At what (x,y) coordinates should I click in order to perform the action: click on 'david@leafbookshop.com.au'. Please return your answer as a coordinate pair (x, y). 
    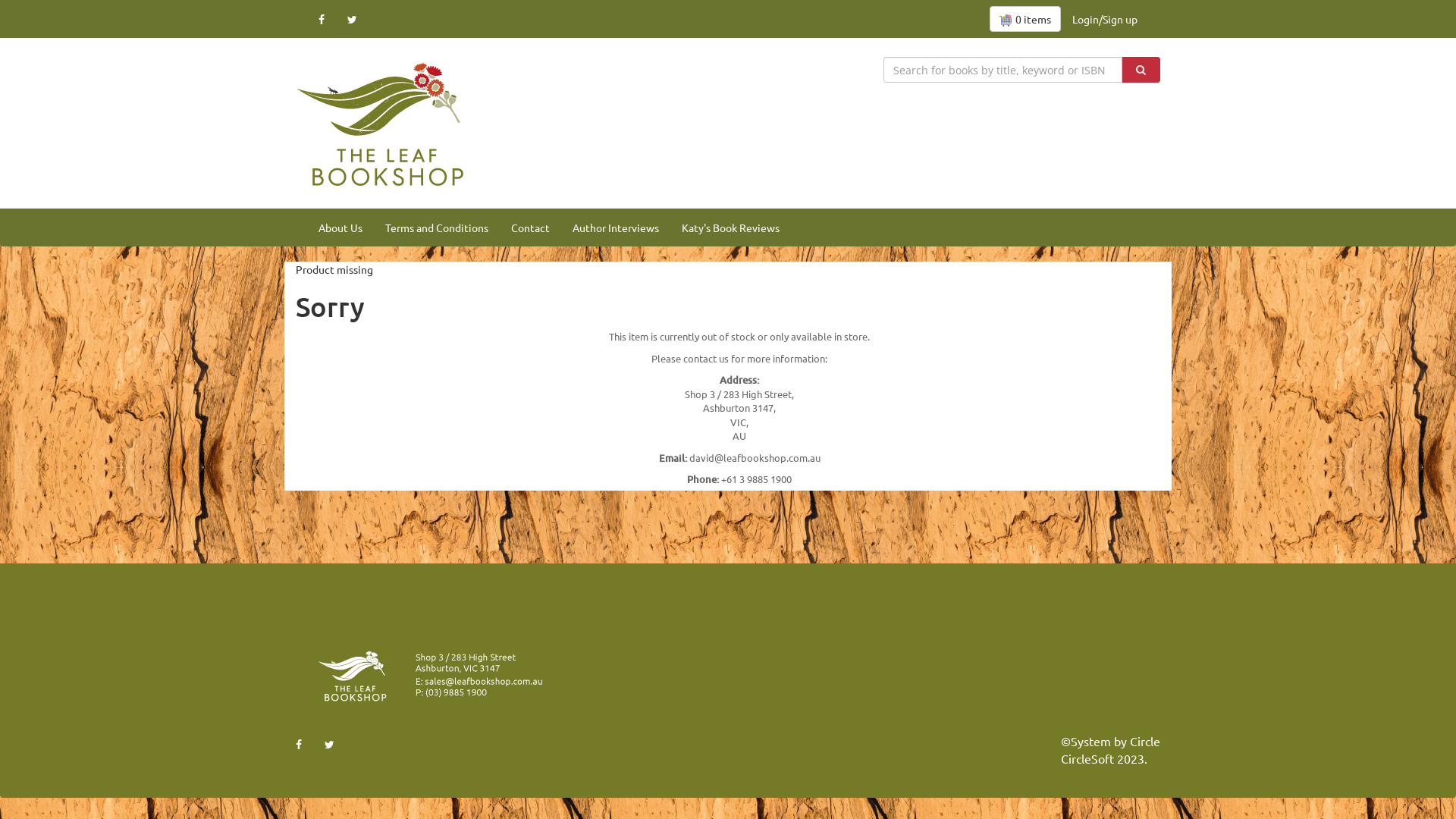
    Looking at the image, I should click on (687, 457).